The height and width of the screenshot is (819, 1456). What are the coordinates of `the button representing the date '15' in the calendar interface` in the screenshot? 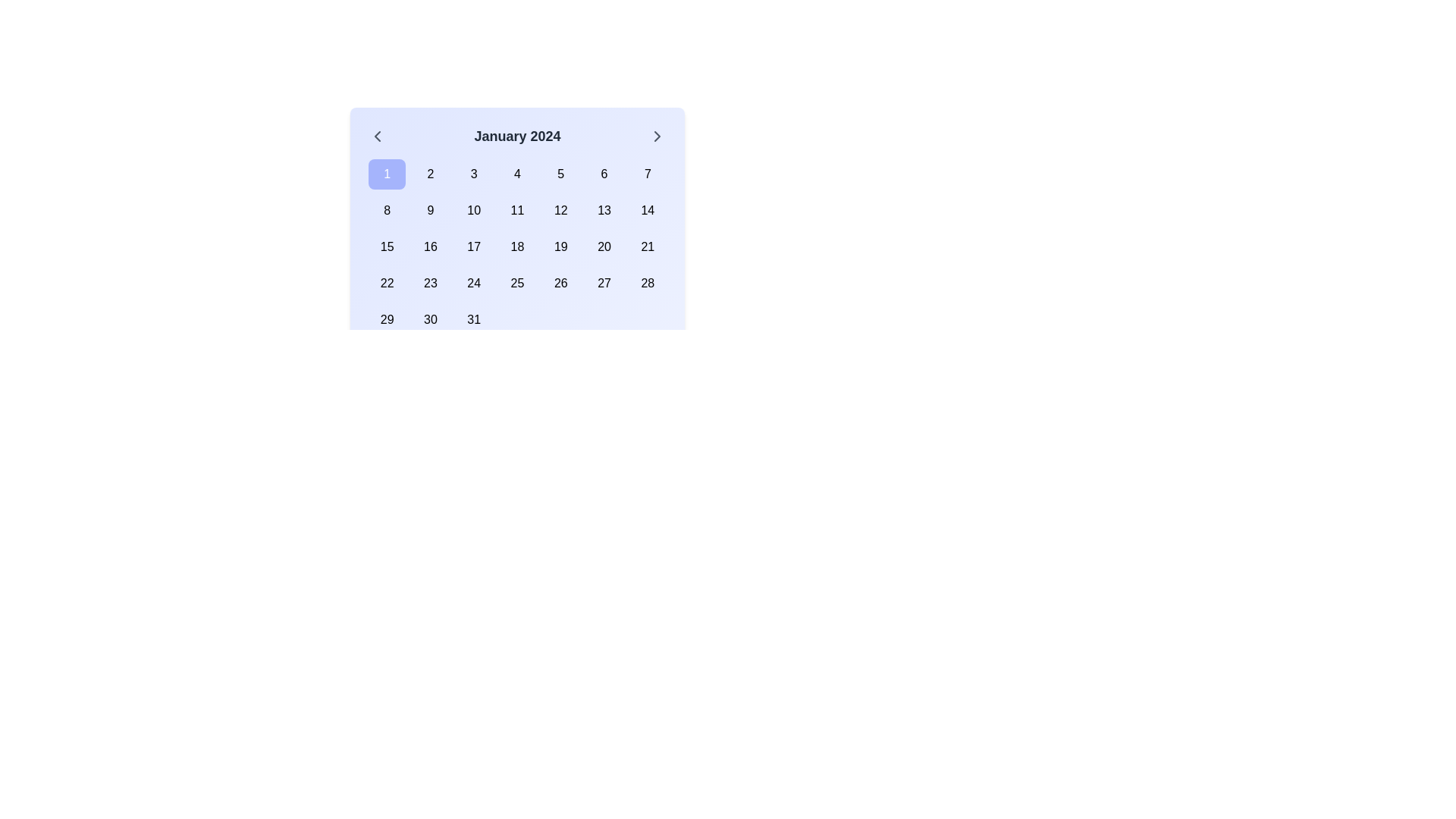 It's located at (387, 246).